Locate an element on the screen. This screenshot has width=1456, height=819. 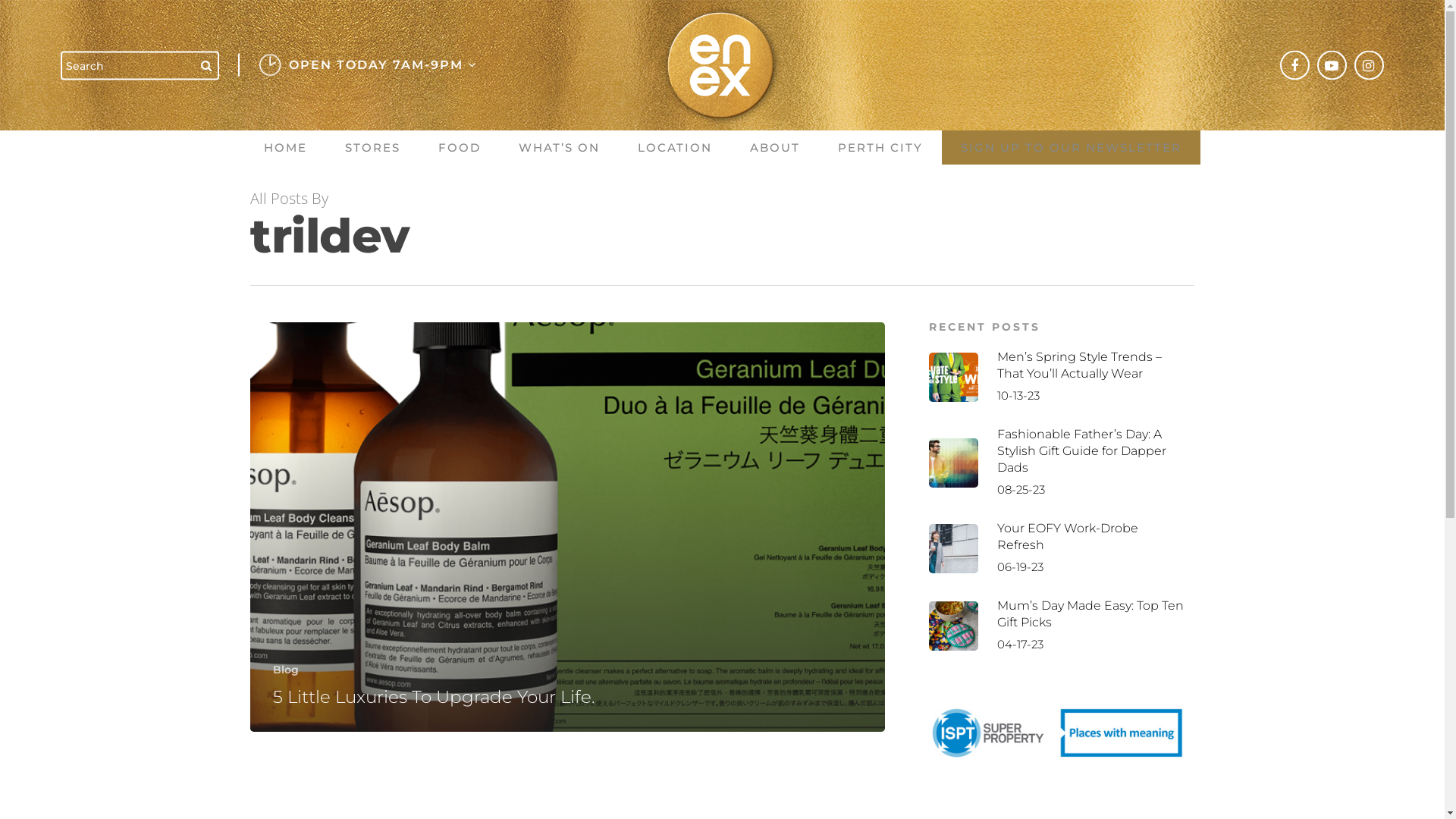
'SIGN UP TO OUR NEWSLETTER' is located at coordinates (1070, 147).